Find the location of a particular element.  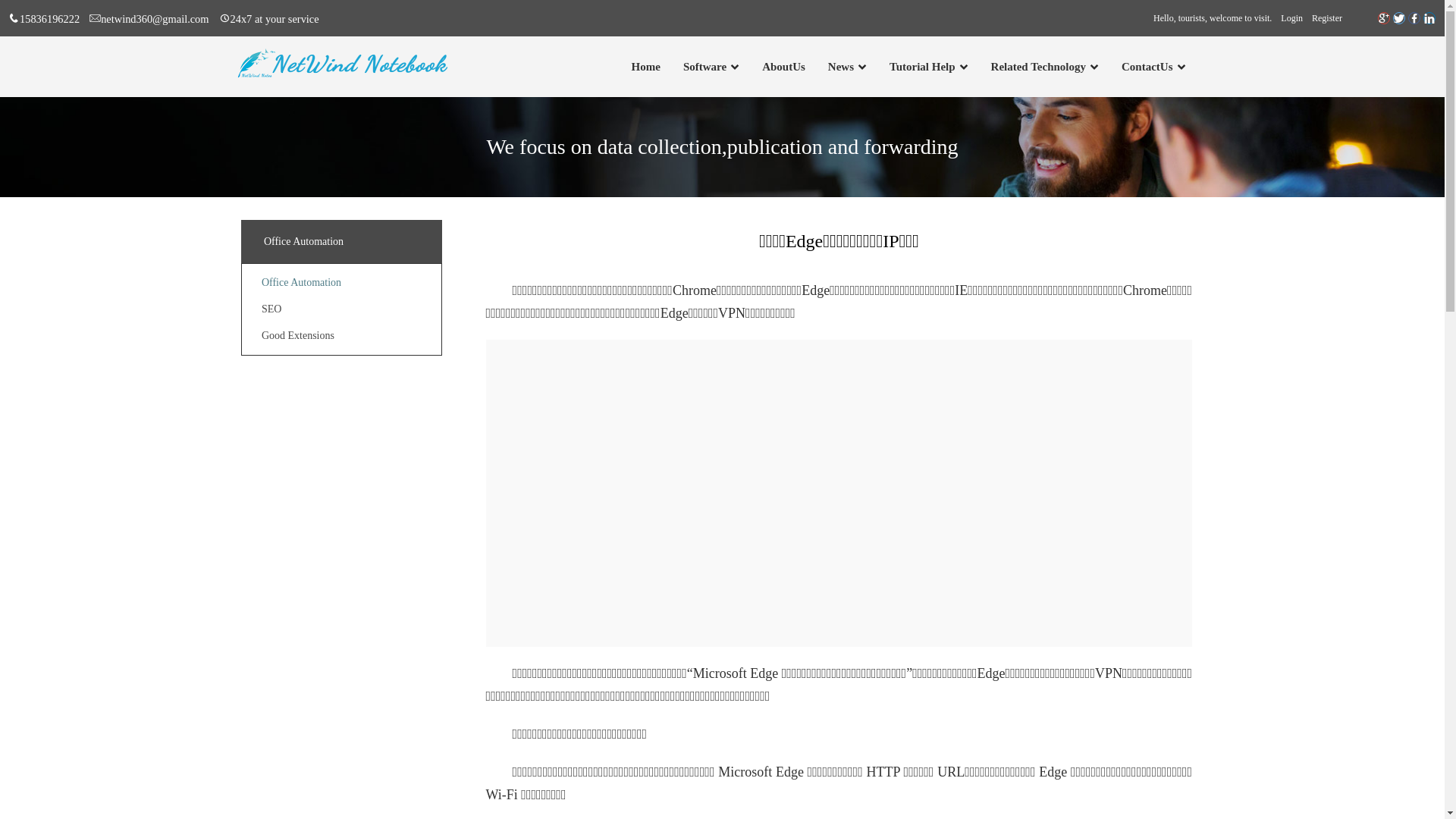

'Register' is located at coordinates (1326, 17).